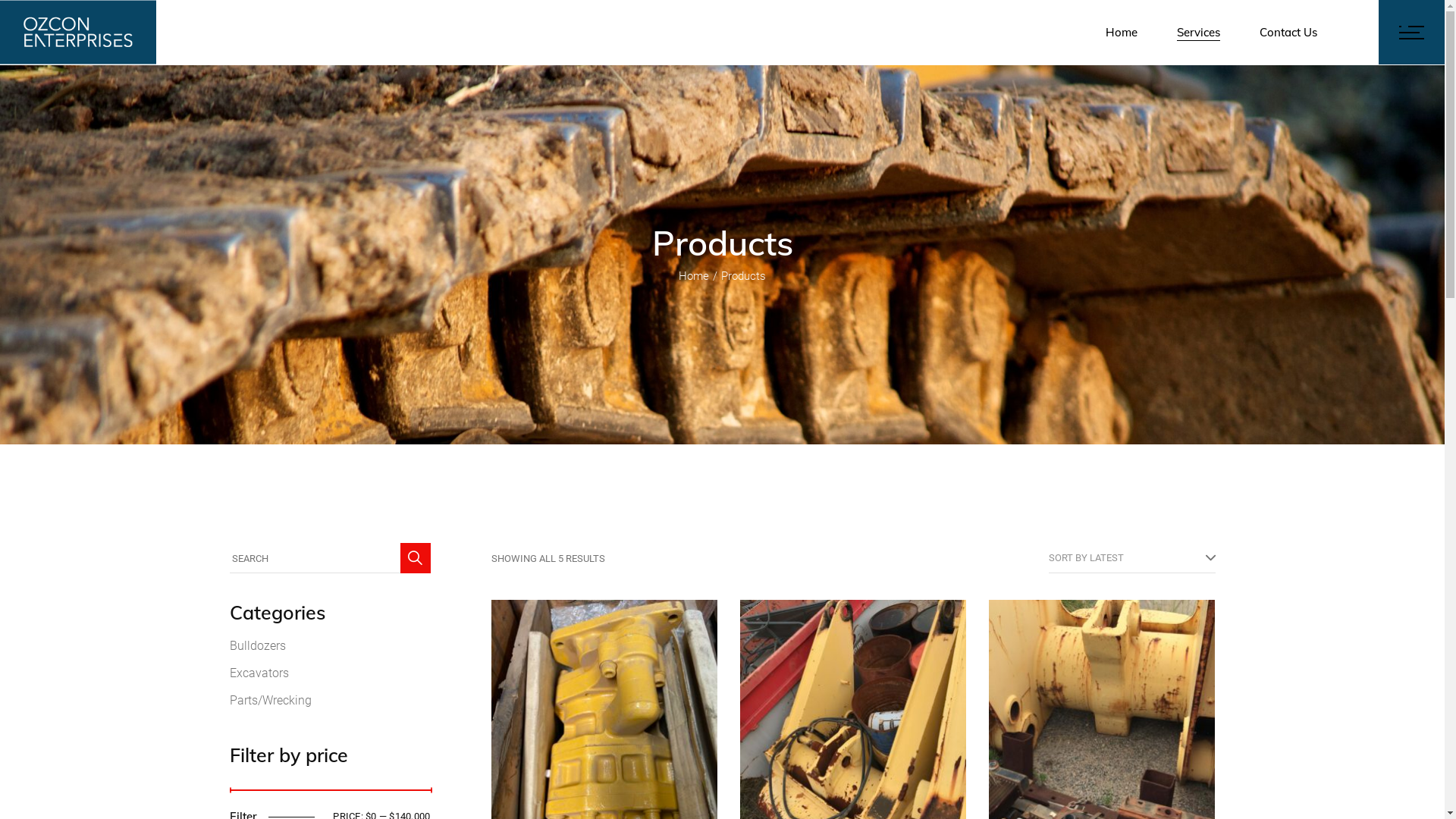  What do you see at coordinates (257, 645) in the screenshot?
I see `'Bulldozers'` at bounding box center [257, 645].